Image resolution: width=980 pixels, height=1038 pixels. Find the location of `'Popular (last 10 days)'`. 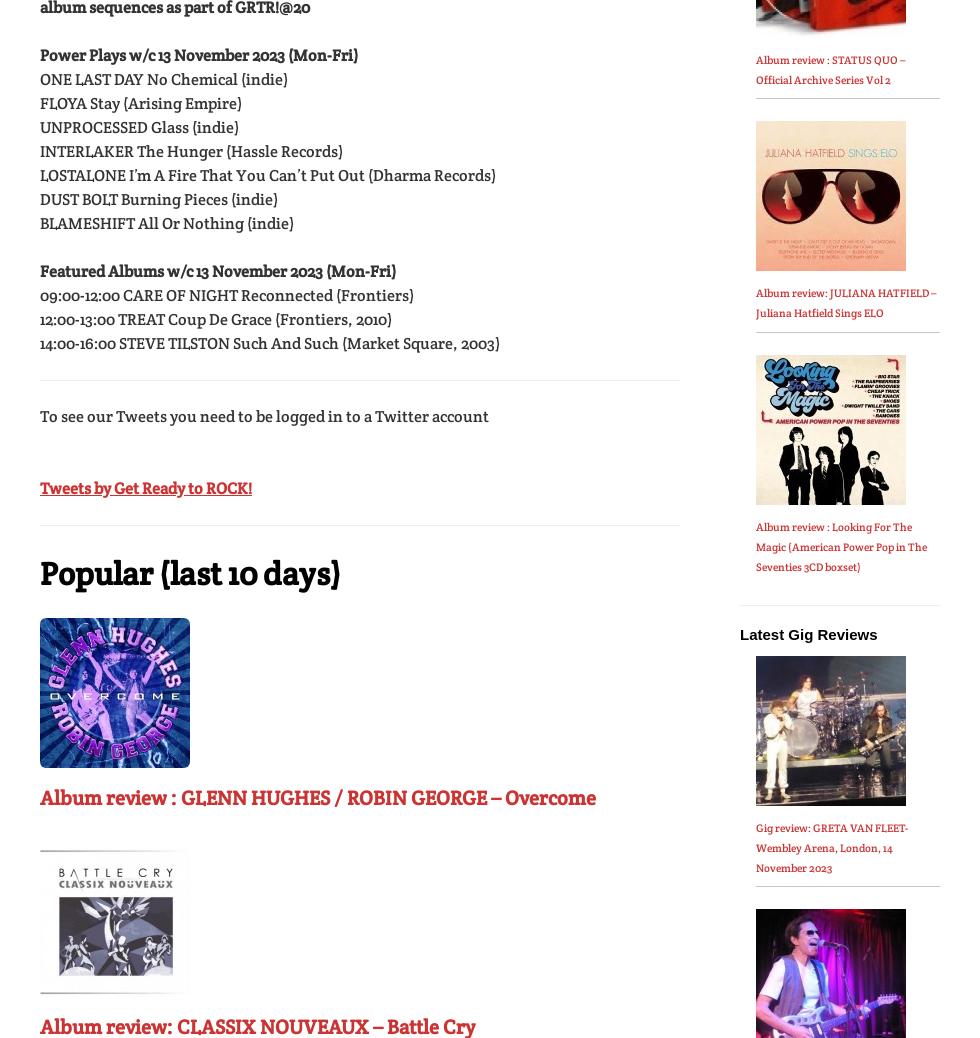

'Popular (last 10 days)' is located at coordinates (190, 571).